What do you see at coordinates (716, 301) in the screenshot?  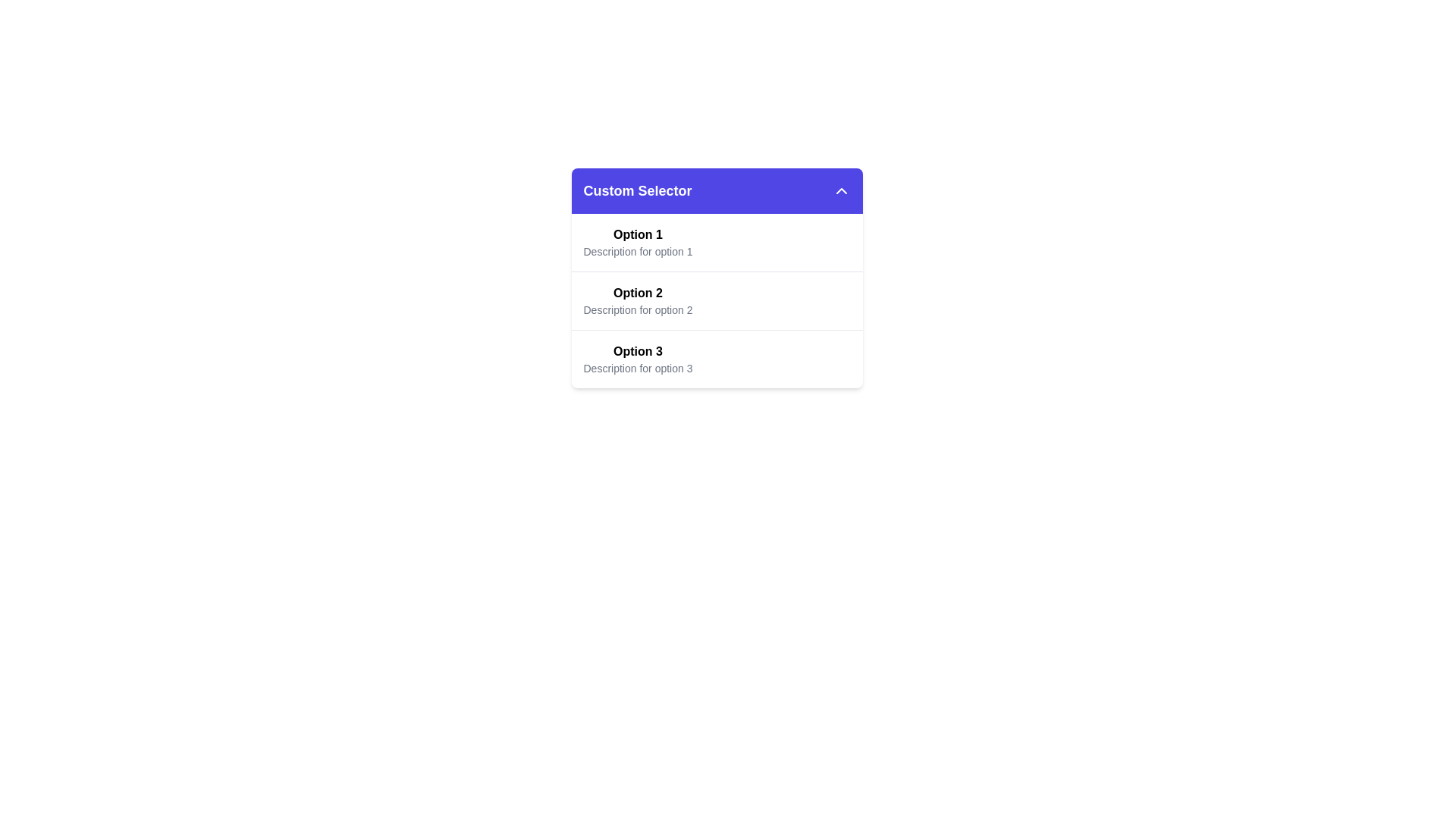 I see `the list item labeled 'Option 2'` at bounding box center [716, 301].